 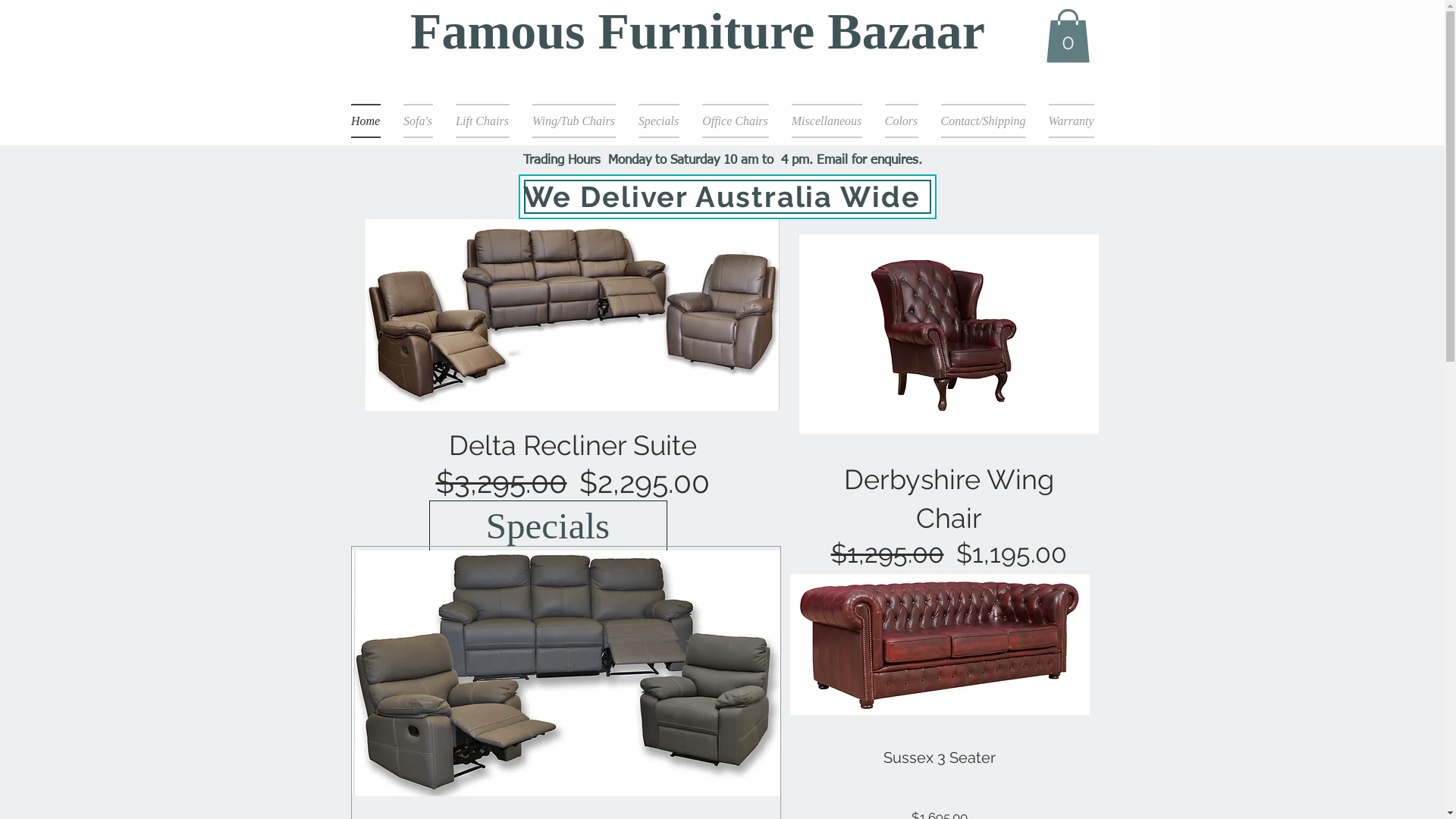 What do you see at coordinates (902, 120) in the screenshot?
I see `'Colors'` at bounding box center [902, 120].